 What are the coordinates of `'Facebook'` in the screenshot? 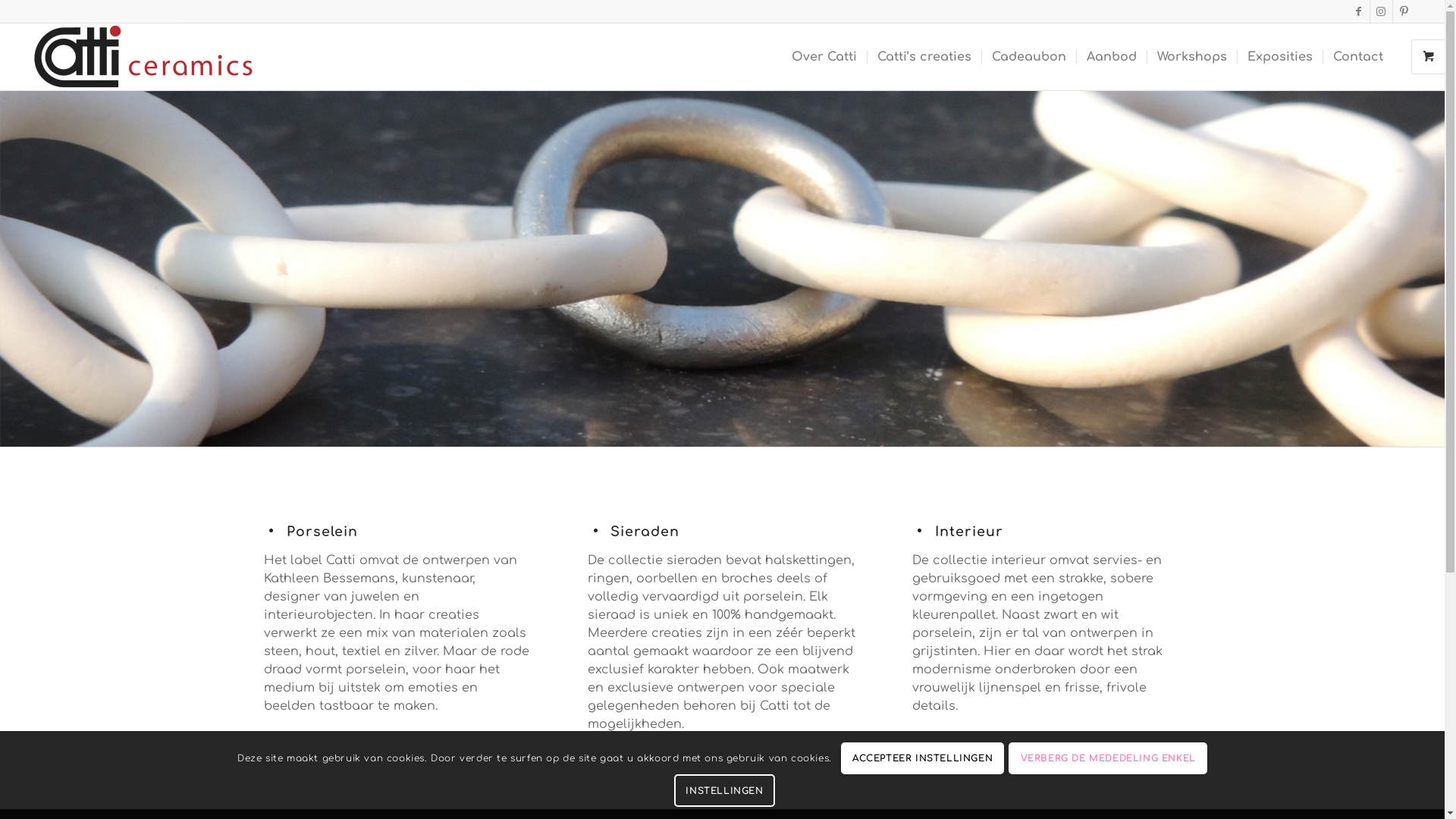 It's located at (1358, 11).